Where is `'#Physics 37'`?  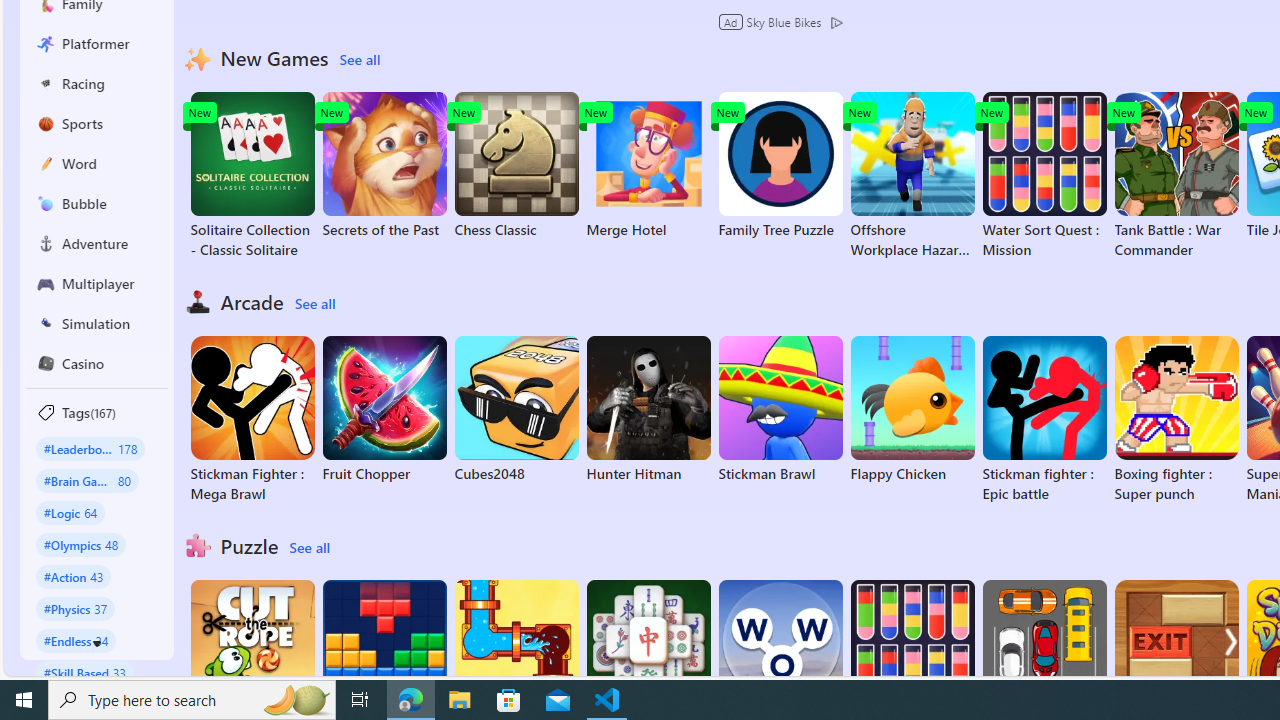
'#Physics 37' is located at coordinates (76, 607).